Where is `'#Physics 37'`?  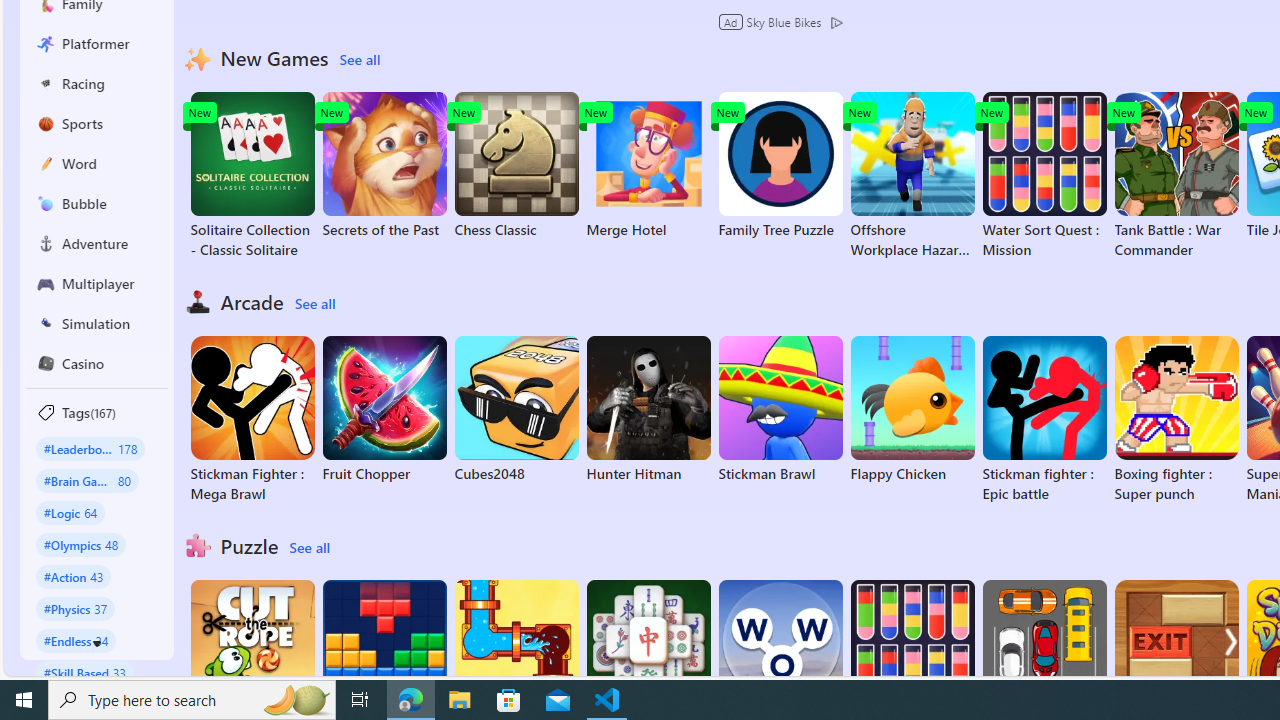
'#Physics 37' is located at coordinates (76, 607).